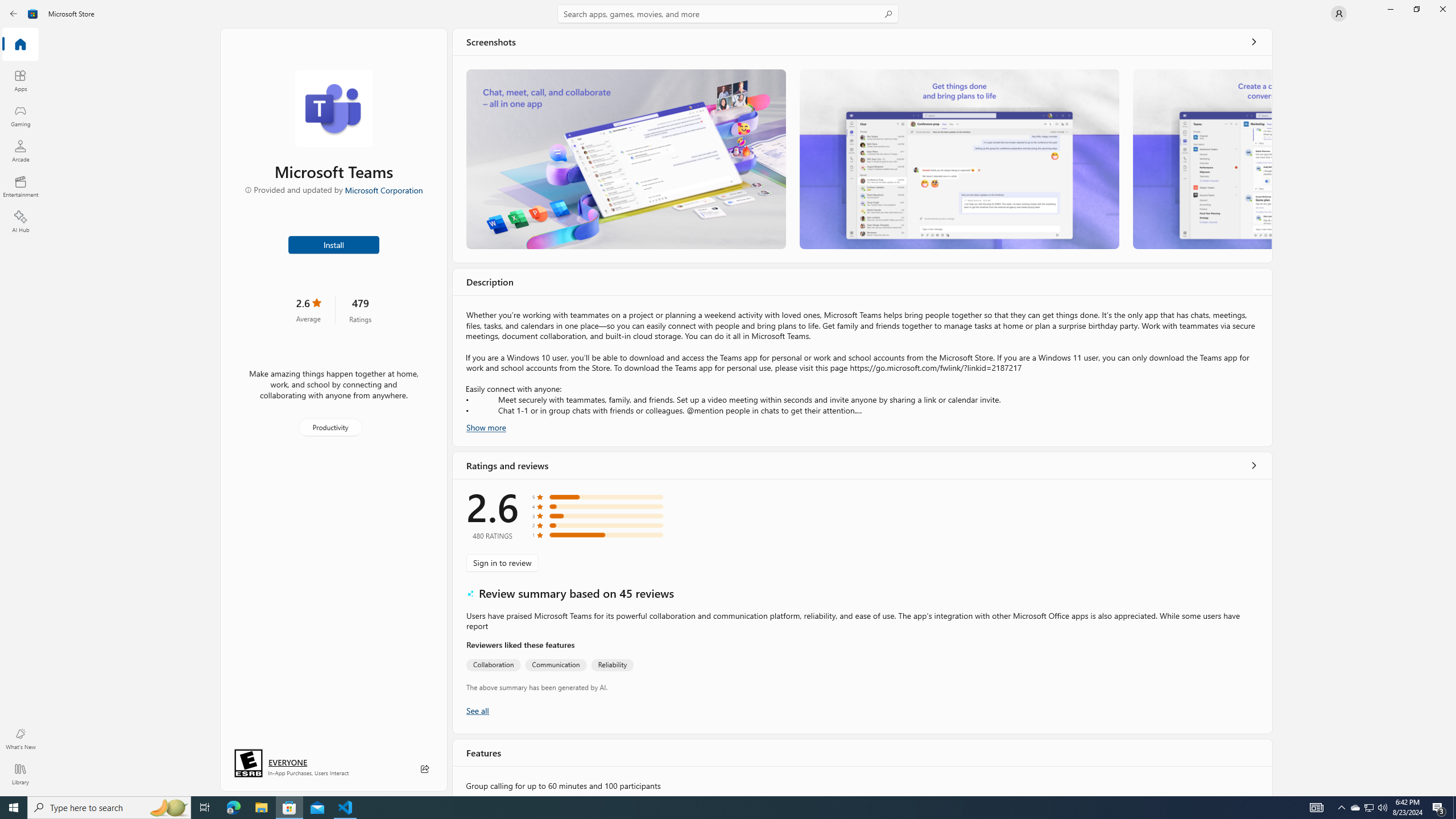 The width and height of the screenshot is (1456, 819). What do you see at coordinates (485, 427) in the screenshot?
I see `'Show more'` at bounding box center [485, 427].